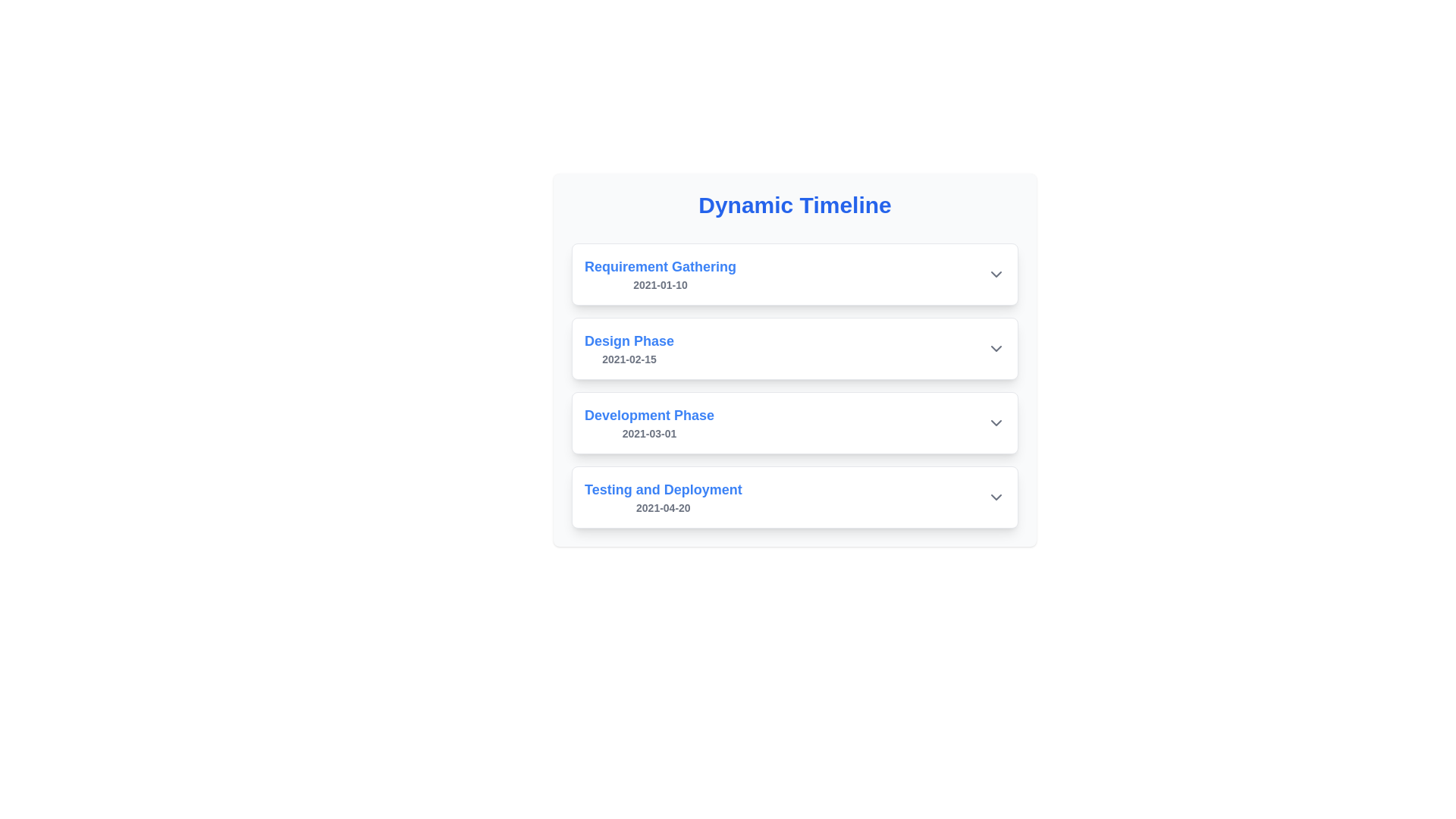 The image size is (1456, 819). I want to click on the 'Design Phase' text label, which is styled in blue and serves as a title above the date text '2021-02-15' in the timeline list, so click(629, 341).